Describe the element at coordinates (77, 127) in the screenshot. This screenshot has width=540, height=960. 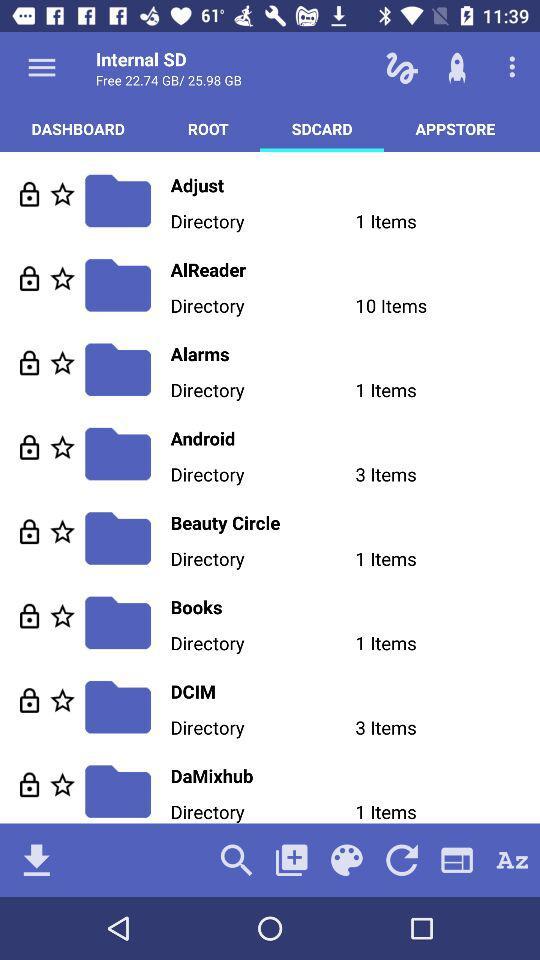
I see `the icon to the left of root icon` at that location.